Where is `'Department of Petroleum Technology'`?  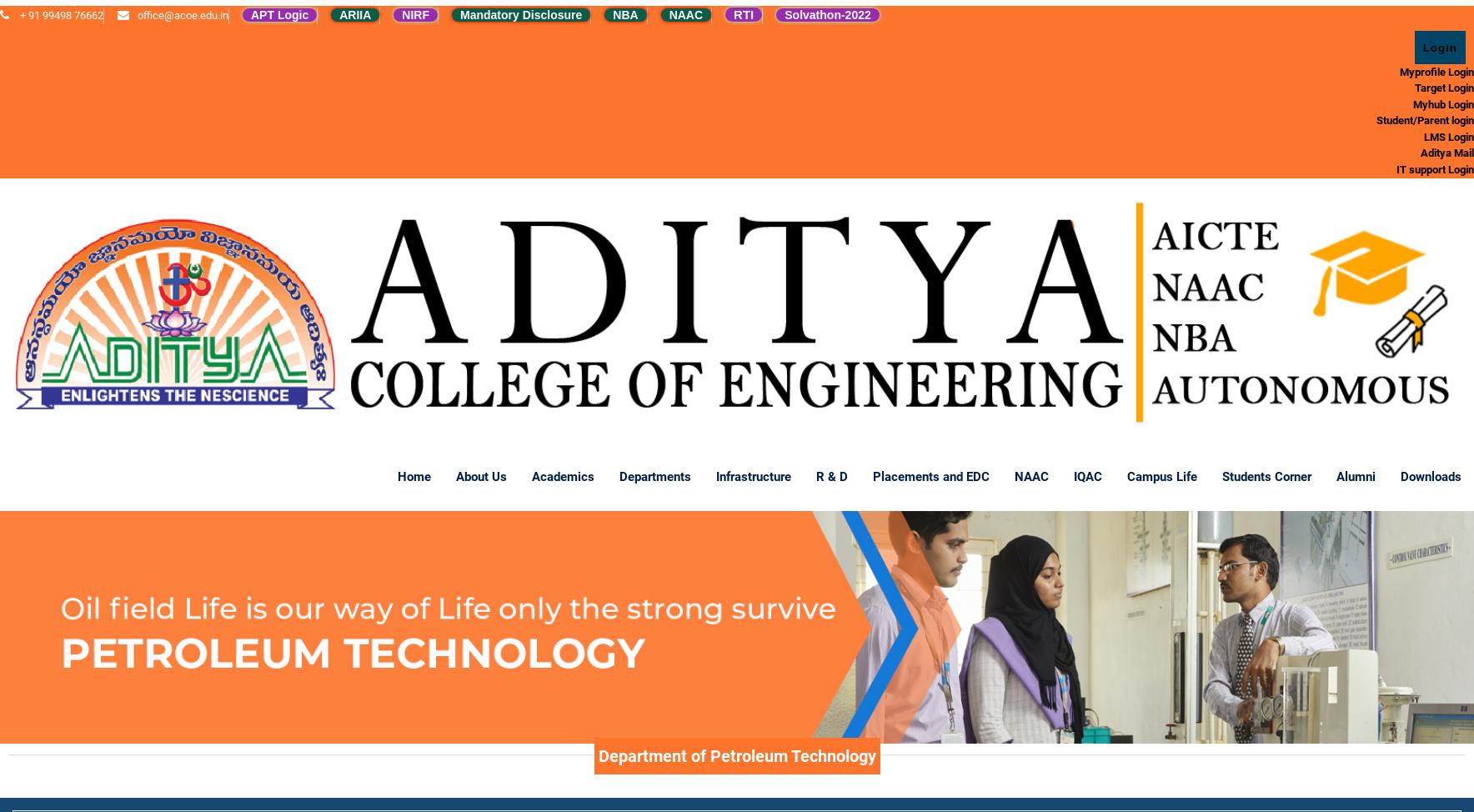
'Department of Petroleum Technology' is located at coordinates (736, 754).